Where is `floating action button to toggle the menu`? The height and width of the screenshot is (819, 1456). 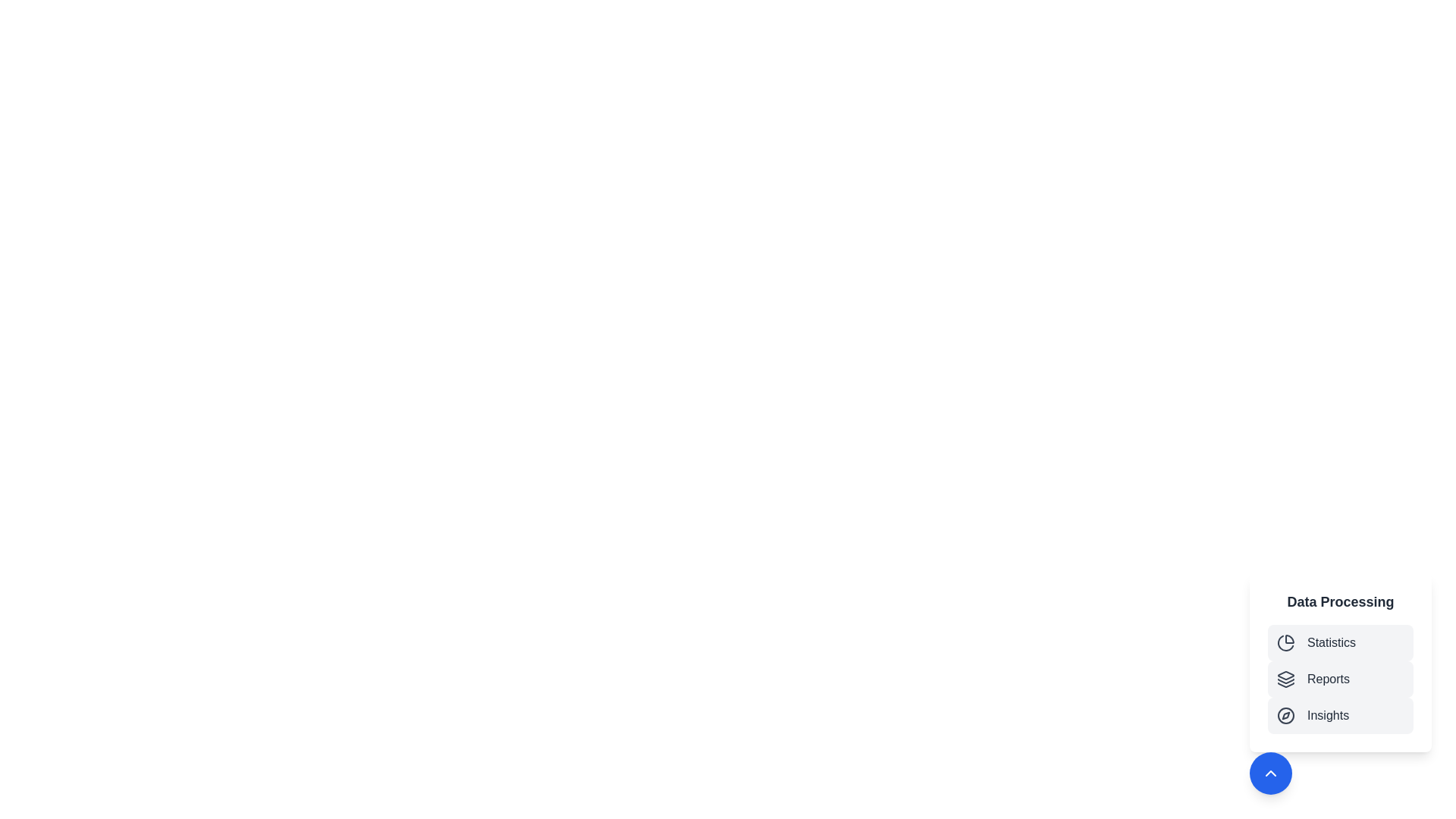
floating action button to toggle the menu is located at coordinates (1270, 773).